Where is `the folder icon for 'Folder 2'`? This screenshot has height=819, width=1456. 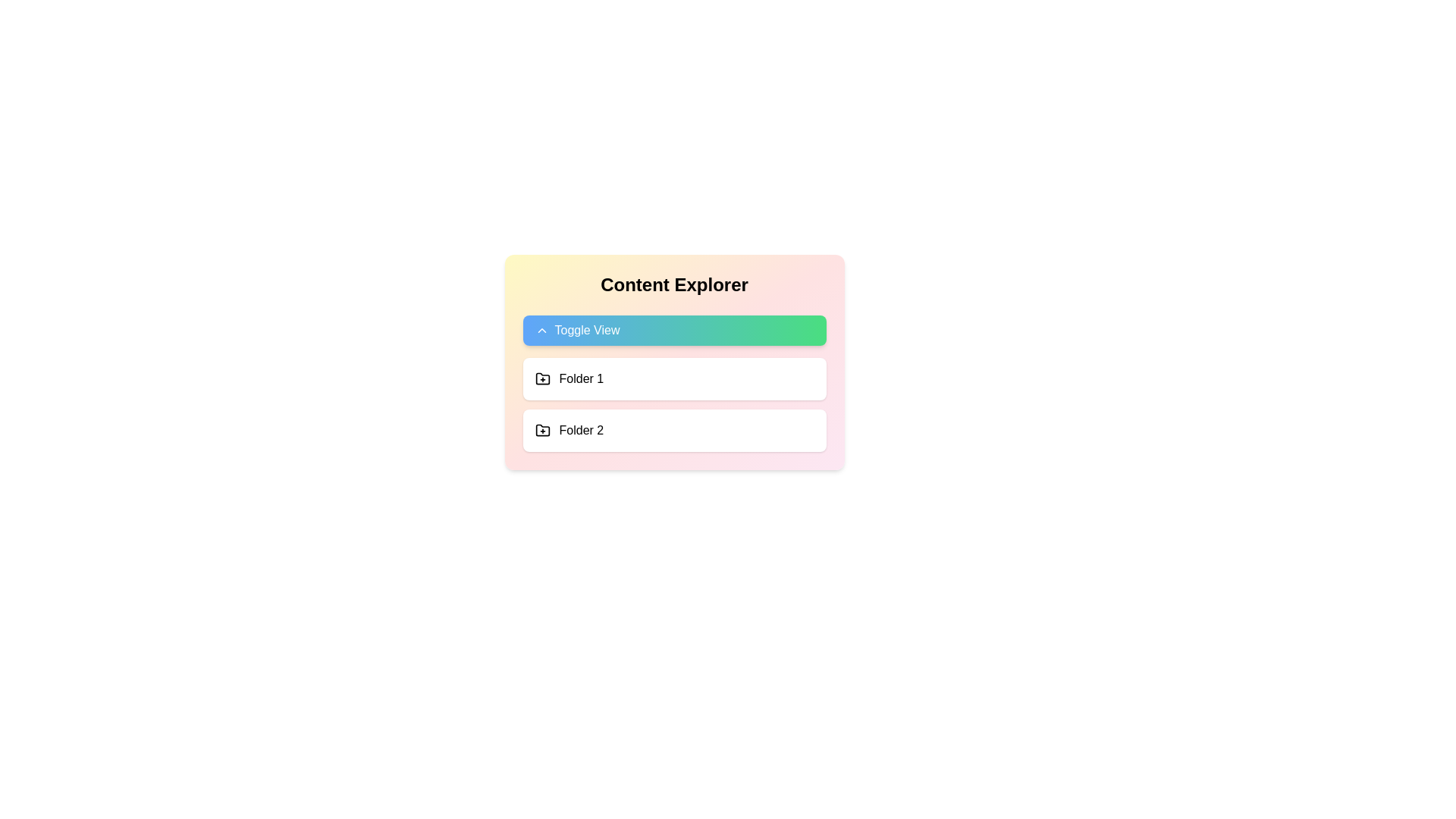
the folder icon for 'Folder 2' is located at coordinates (568, 430).